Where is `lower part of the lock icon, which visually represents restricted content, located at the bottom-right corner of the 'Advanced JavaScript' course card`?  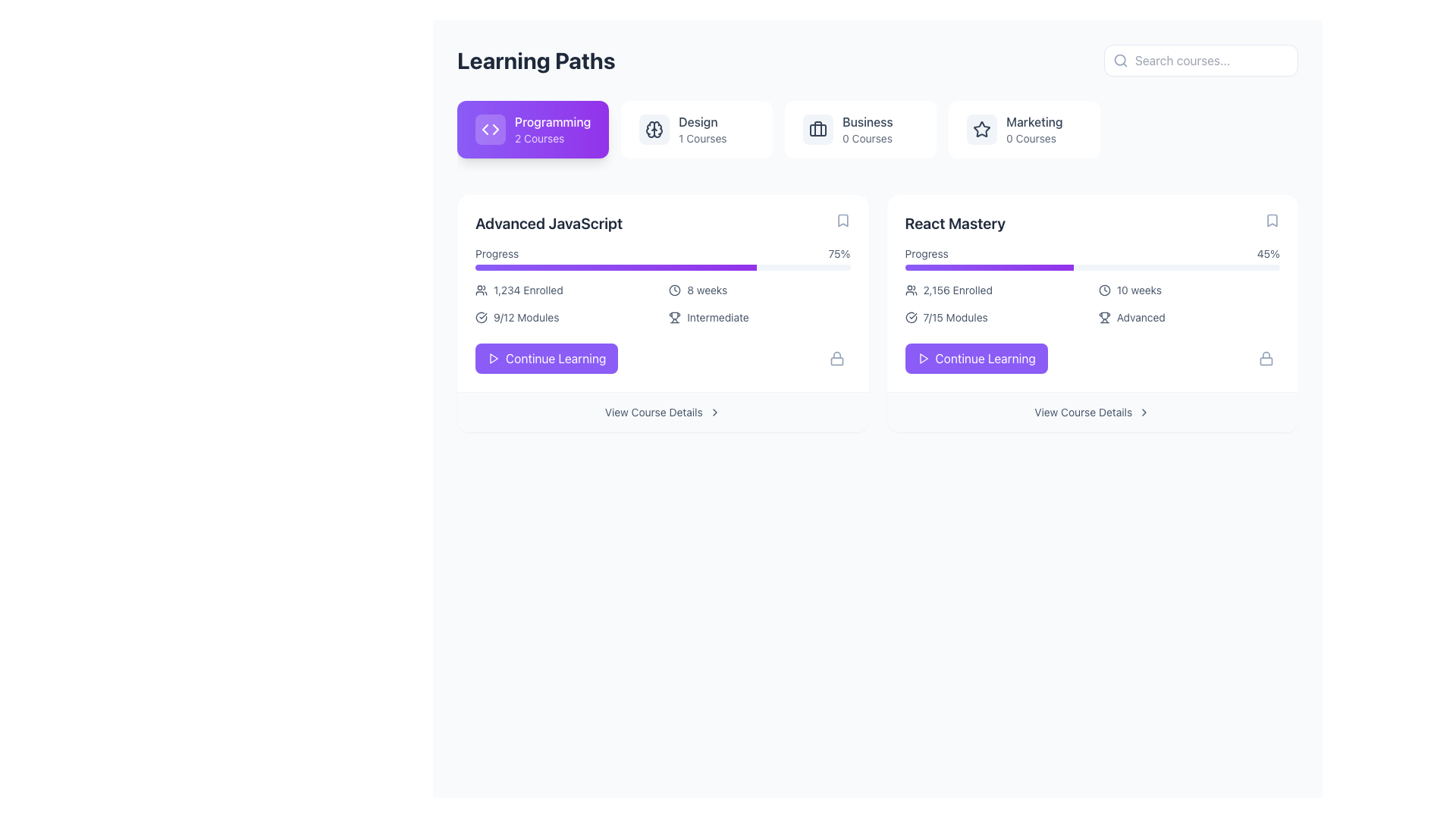
lower part of the lock icon, which visually represents restricted content, located at the bottom-right corner of the 'Advanced JavaScript' course card is located at coordinates (836, 361).